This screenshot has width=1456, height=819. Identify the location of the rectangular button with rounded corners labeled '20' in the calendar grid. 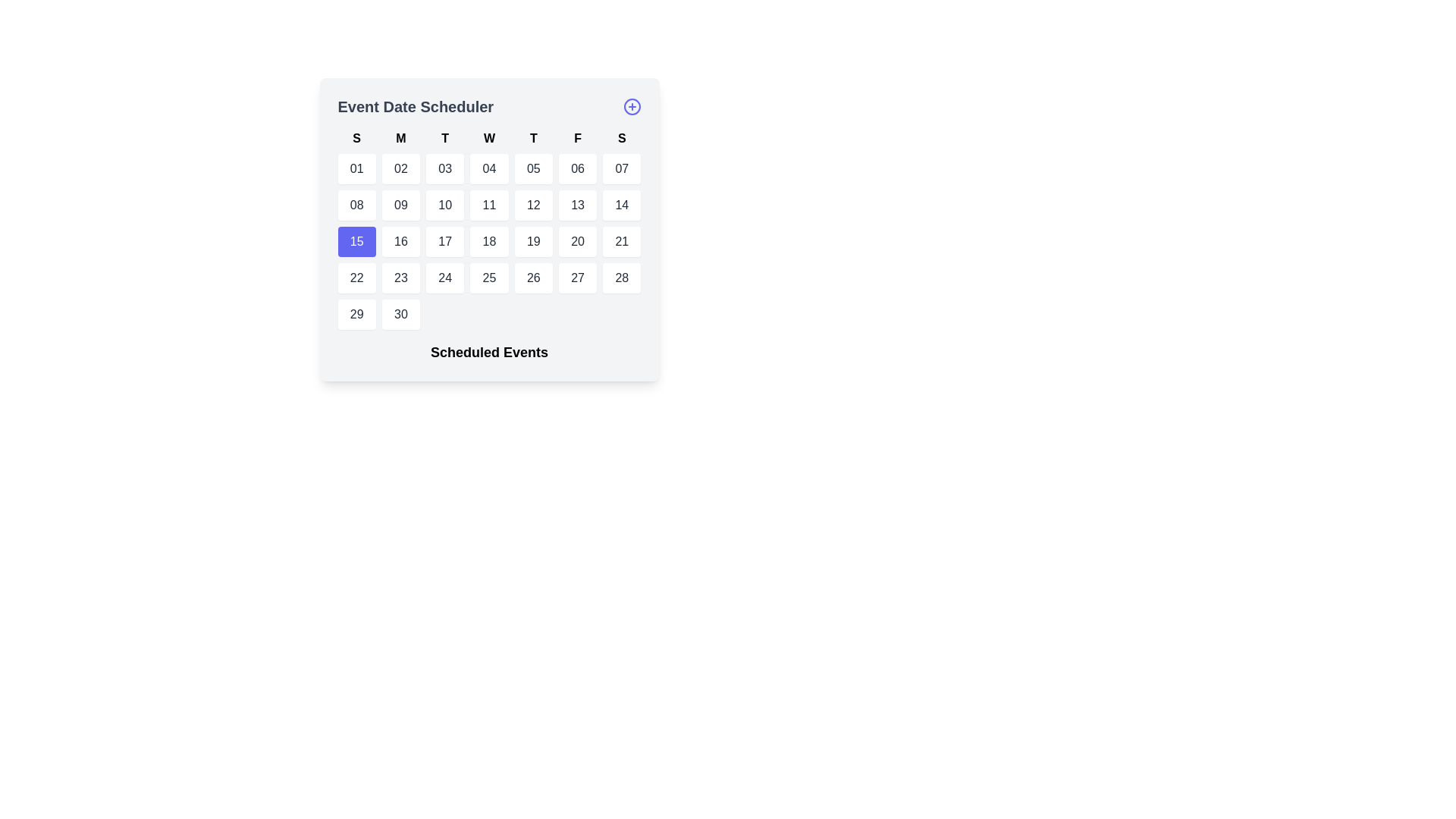
(577, 241).